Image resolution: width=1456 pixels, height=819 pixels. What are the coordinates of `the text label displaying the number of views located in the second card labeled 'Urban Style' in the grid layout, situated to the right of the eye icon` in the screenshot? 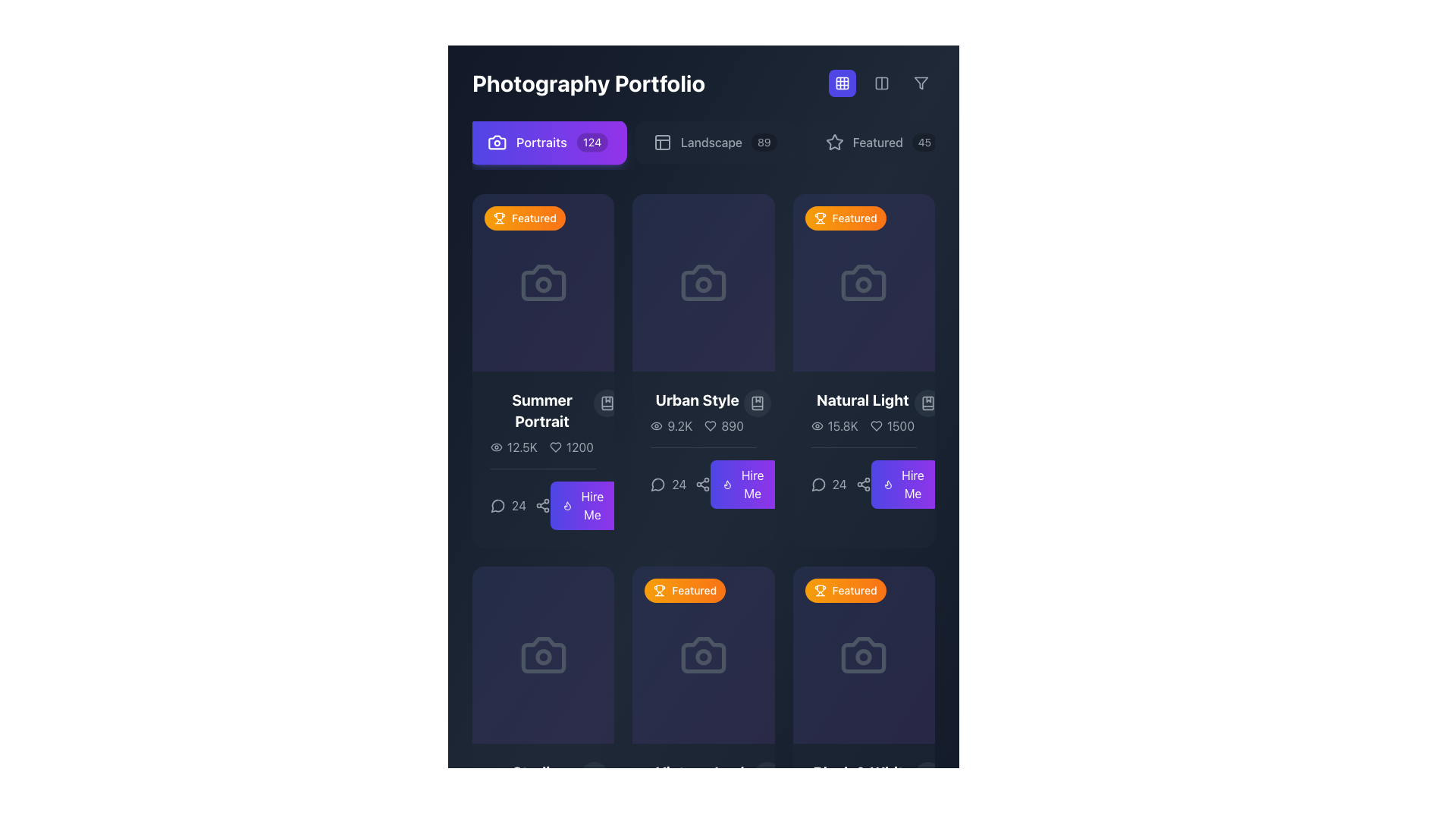 It's located at (679, 426).